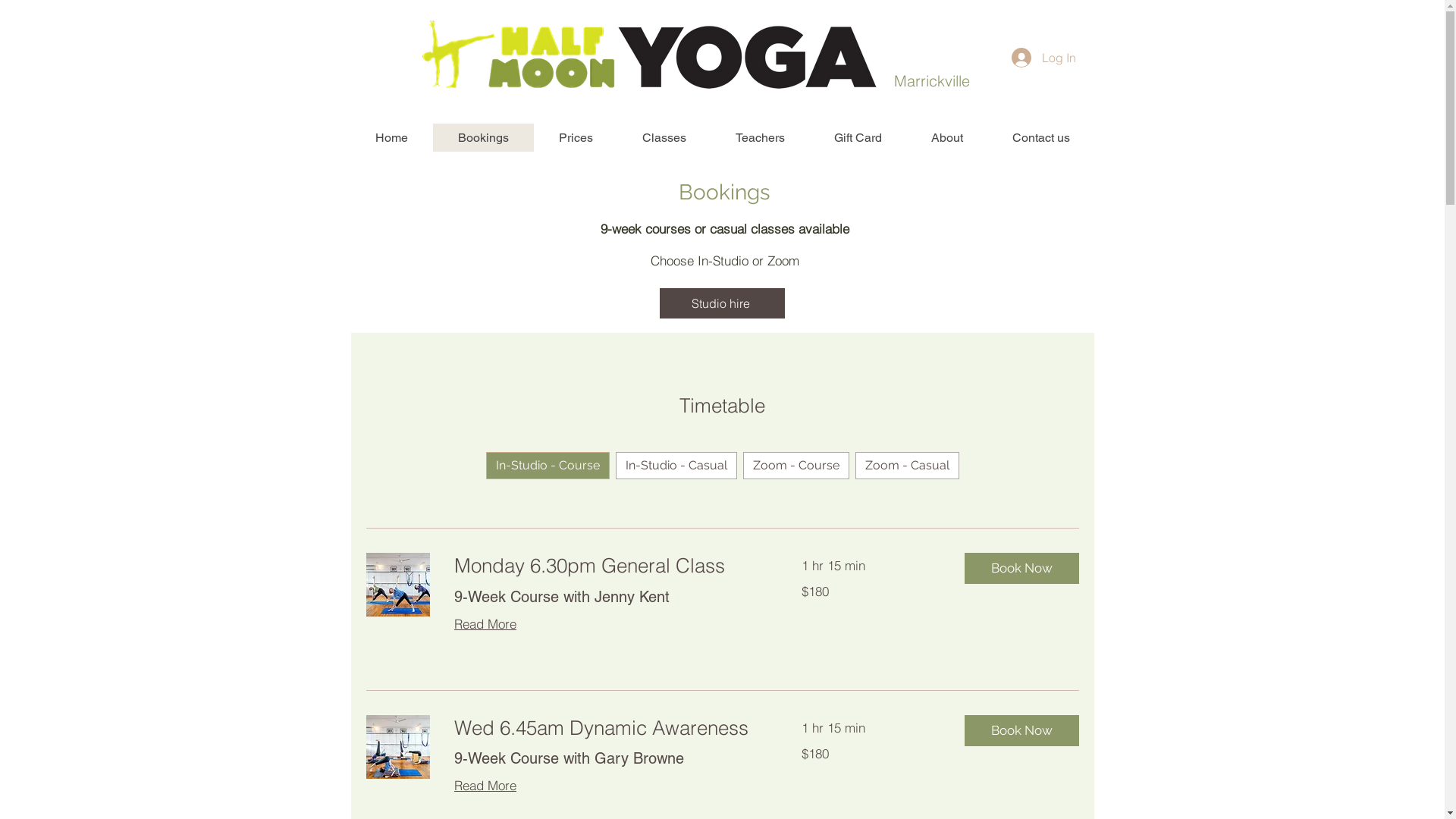 The height and width of the screenshot is (819, 1456). Describe the element at coordinates (1043, 57) in the screenshot. I see `'Log In'` at that location.